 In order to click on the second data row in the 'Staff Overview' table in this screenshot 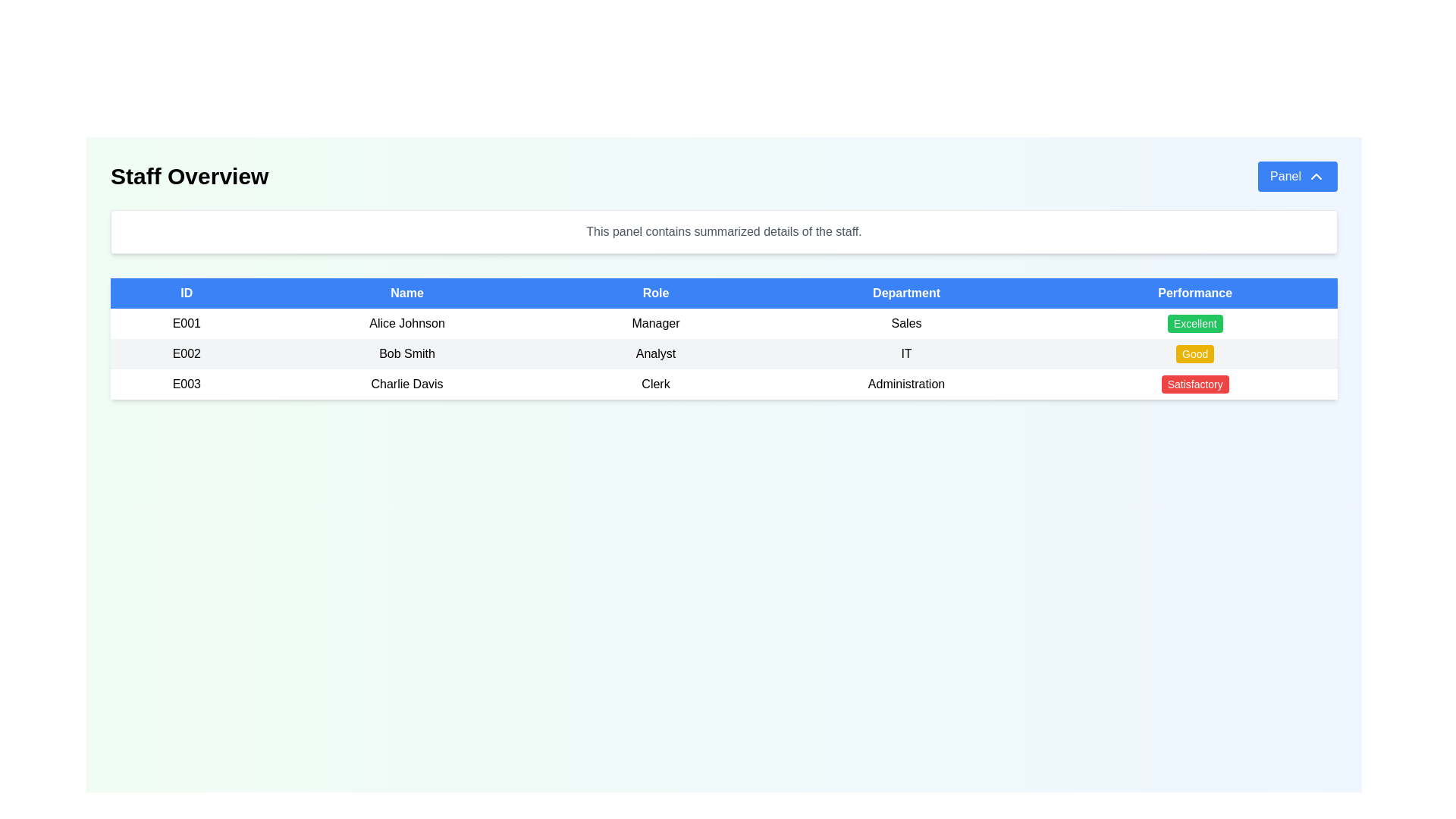, I will do `click(723, 353)`.